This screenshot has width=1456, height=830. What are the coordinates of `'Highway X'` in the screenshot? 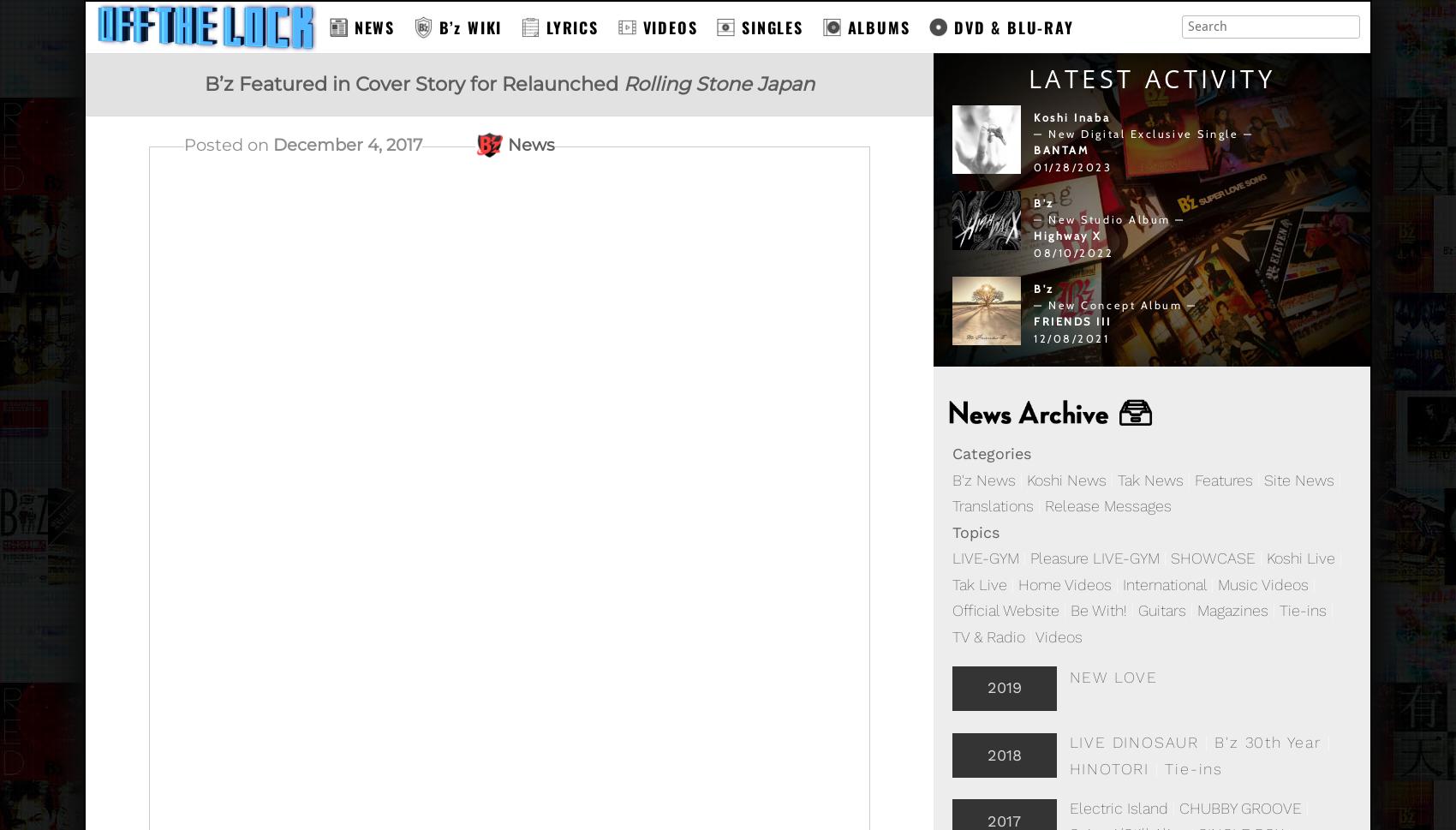 It's located at (1066, 236).